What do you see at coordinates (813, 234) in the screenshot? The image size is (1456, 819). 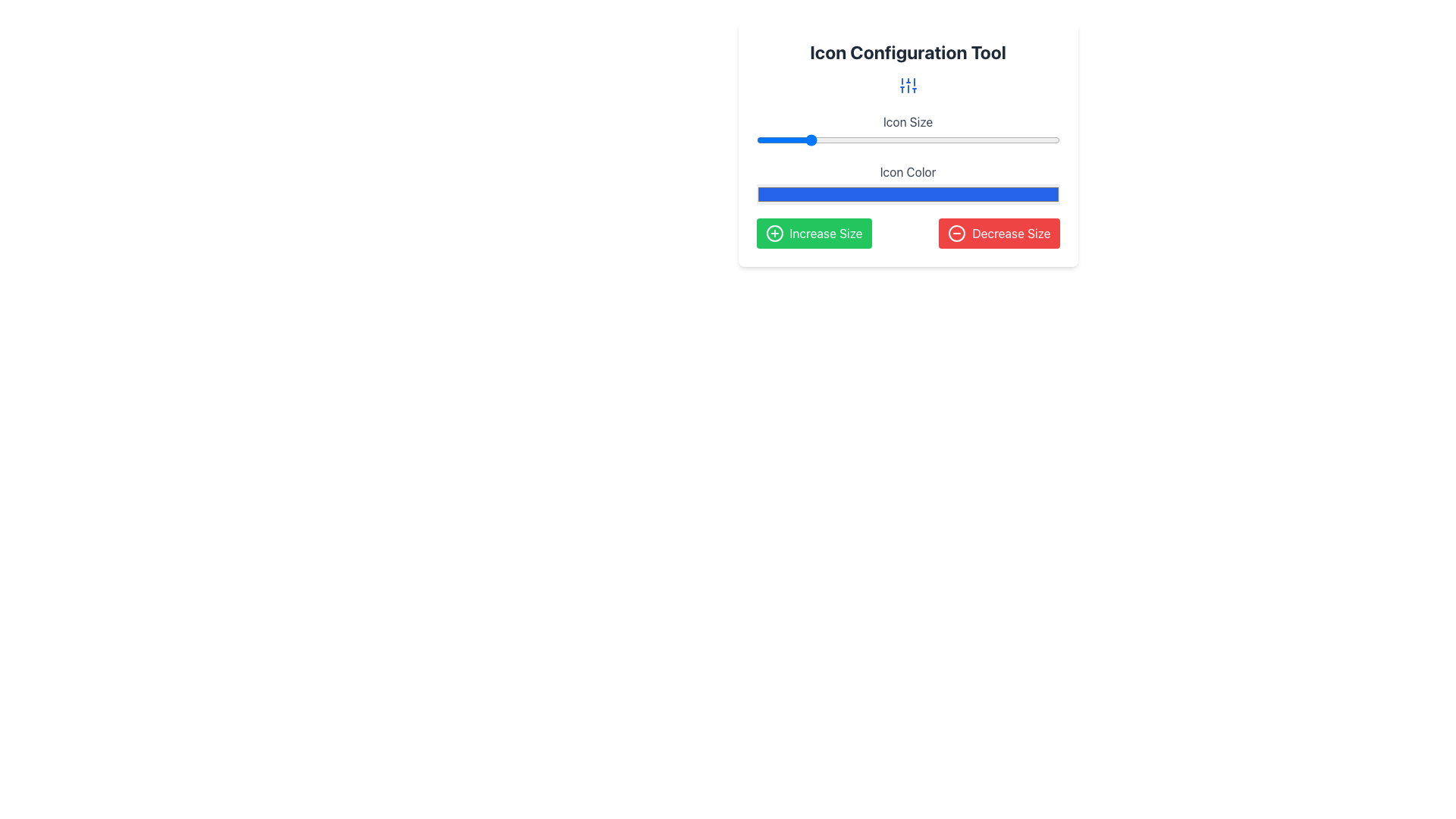 I see `the green 'Increase Size' button with rounded edges` at bounding box center [813, 234].